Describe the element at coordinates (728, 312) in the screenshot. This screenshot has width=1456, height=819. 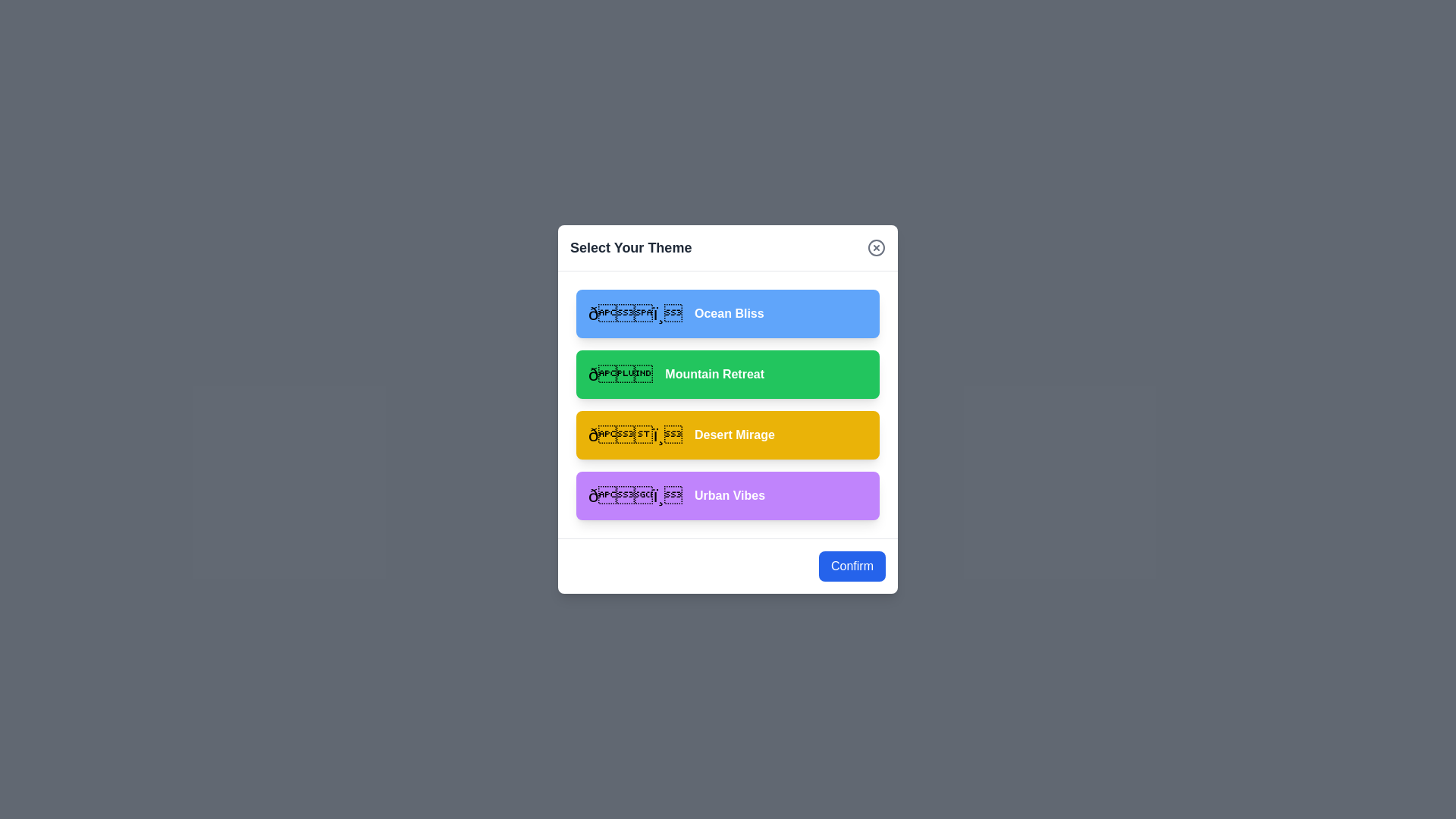
I see `the theme Ocean Bliss from the list` at that location.